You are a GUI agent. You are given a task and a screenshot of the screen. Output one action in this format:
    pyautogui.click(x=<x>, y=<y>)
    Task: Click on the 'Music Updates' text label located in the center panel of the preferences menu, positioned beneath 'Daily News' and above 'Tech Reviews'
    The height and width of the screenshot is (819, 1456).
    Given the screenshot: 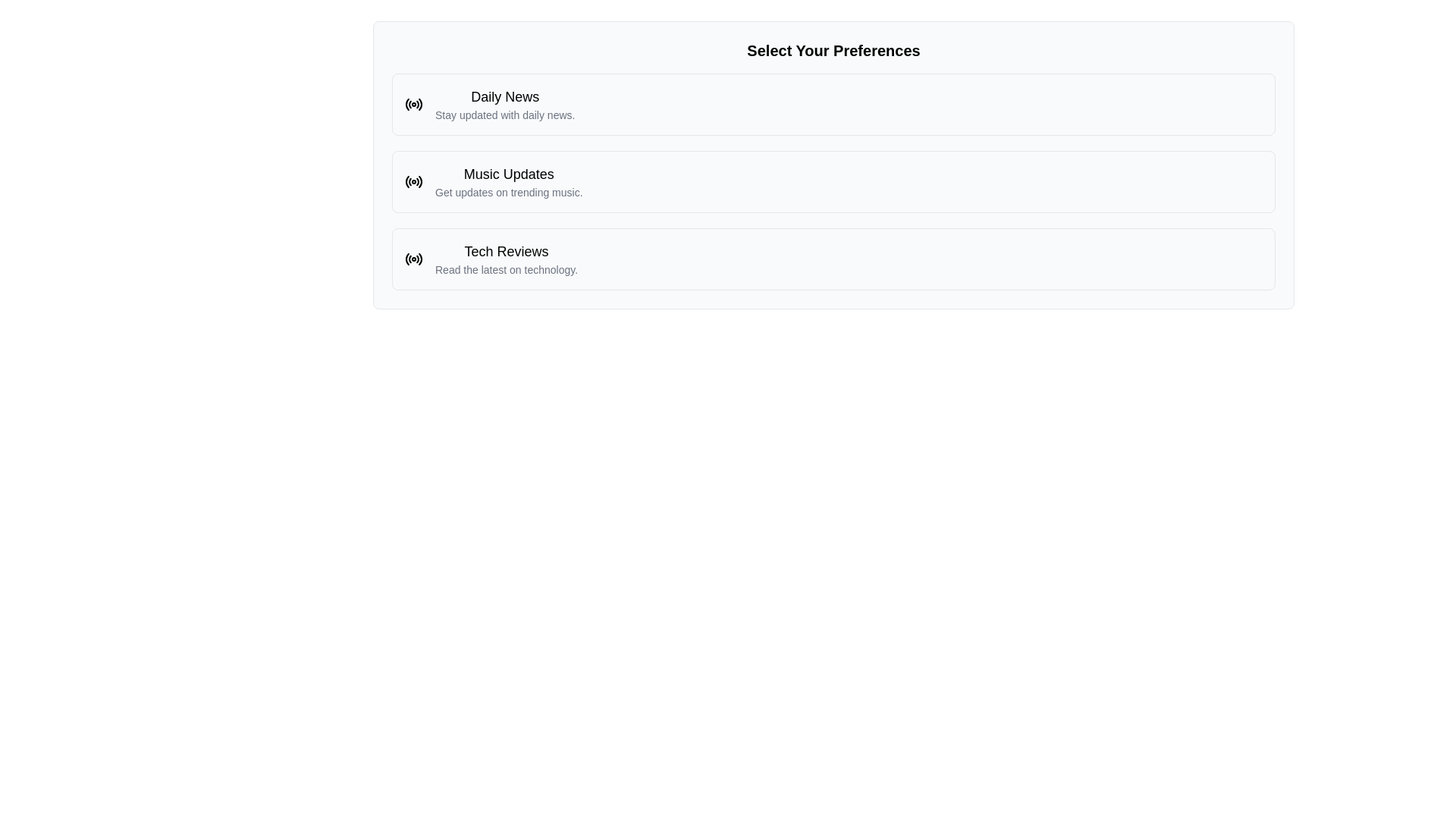 What is the action you would take?
    pyautogui.click(x=509, y=174)
    